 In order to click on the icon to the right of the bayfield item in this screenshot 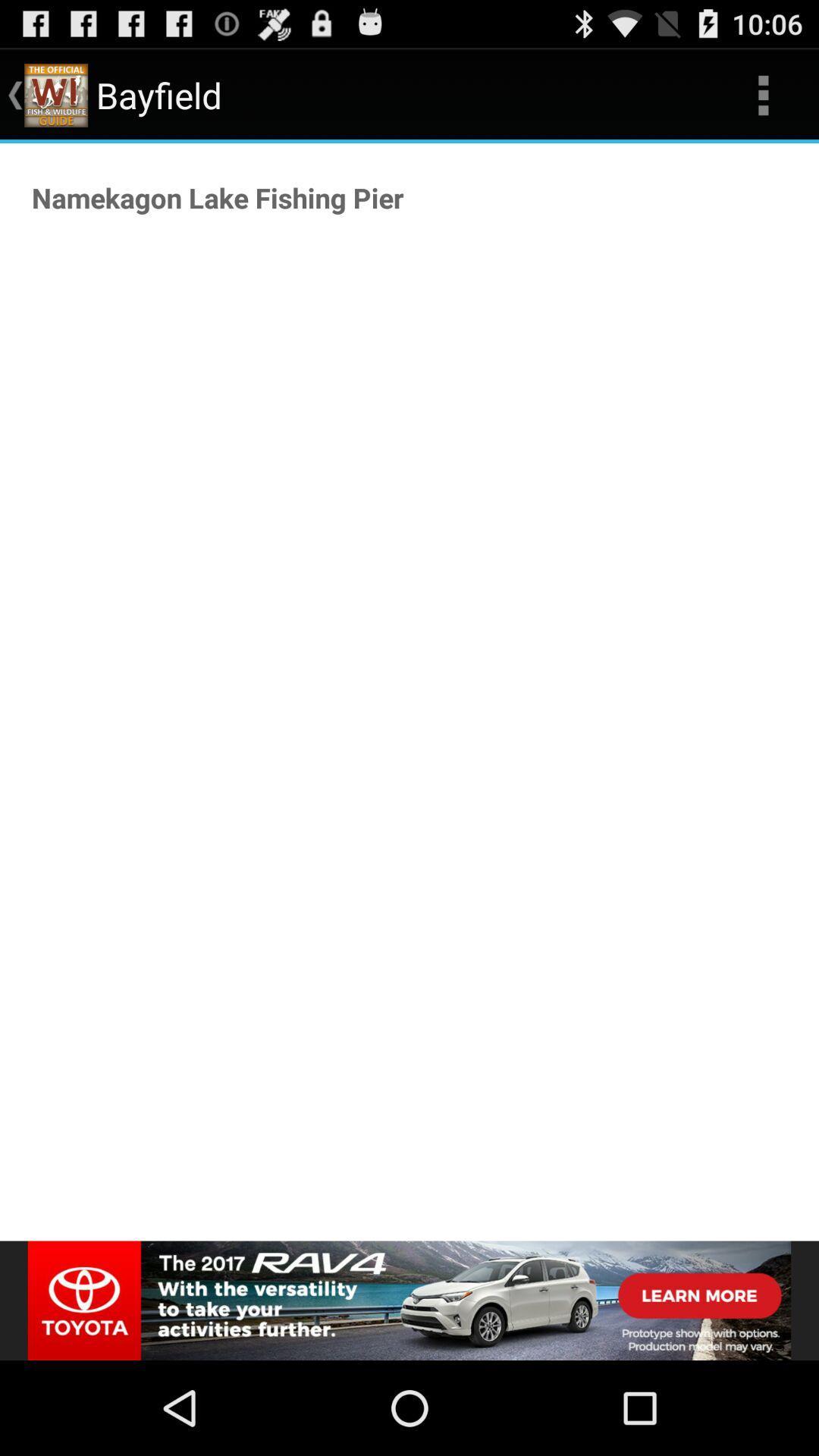, I will do `click(763, 94)`.